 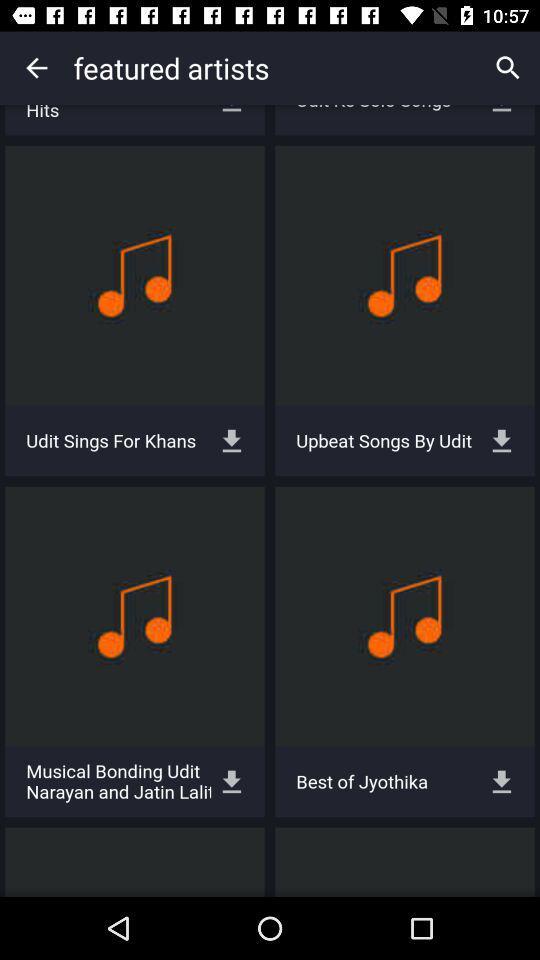 What do you see at coordinates (500, 440) in the screenshot?
I see `the button which is right to the upbeat songs by udit` at bounding box center [500, 440].